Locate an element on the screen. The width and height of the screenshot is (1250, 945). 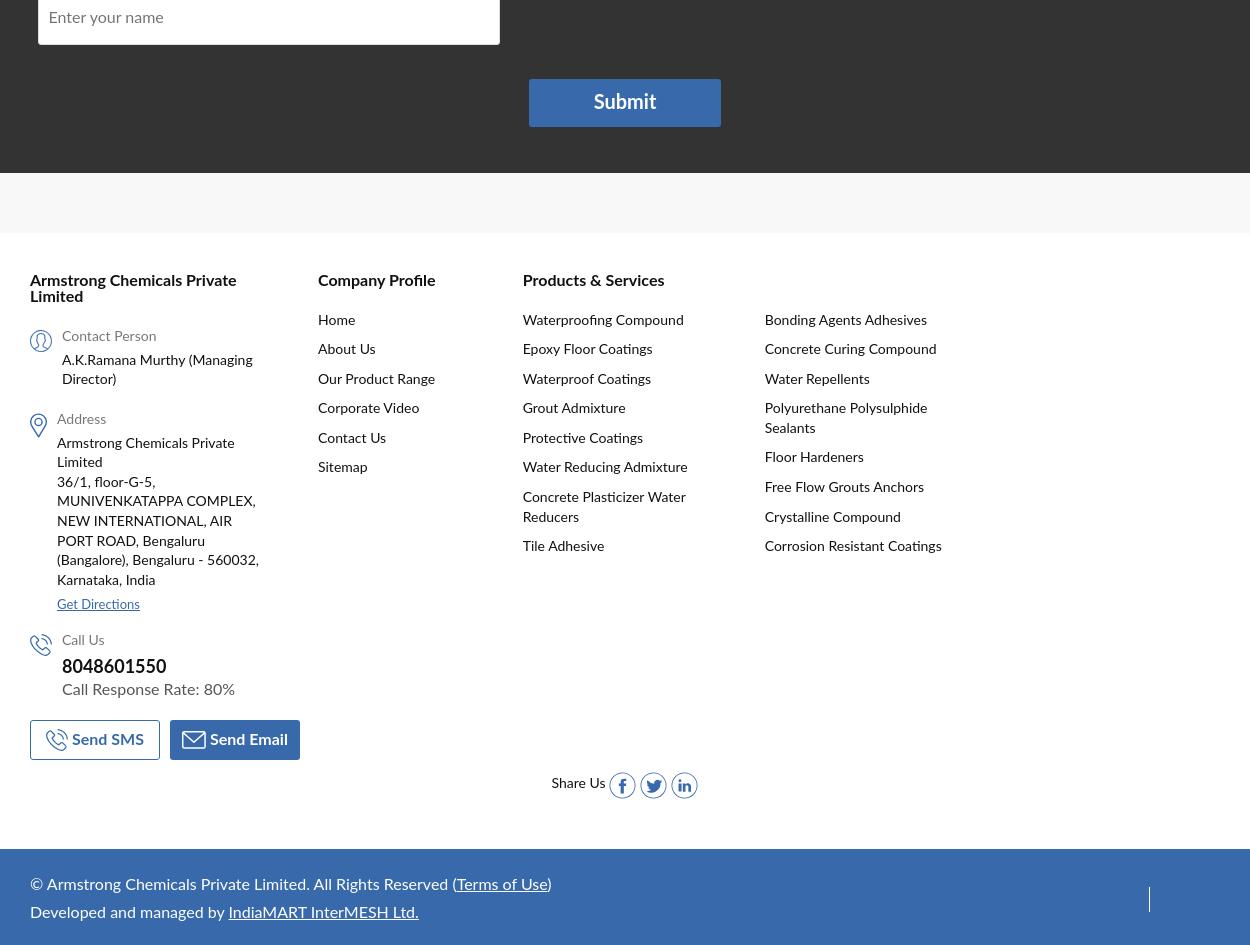
'Bonding Agents Adhesives' is located at coordinates (844, 319).